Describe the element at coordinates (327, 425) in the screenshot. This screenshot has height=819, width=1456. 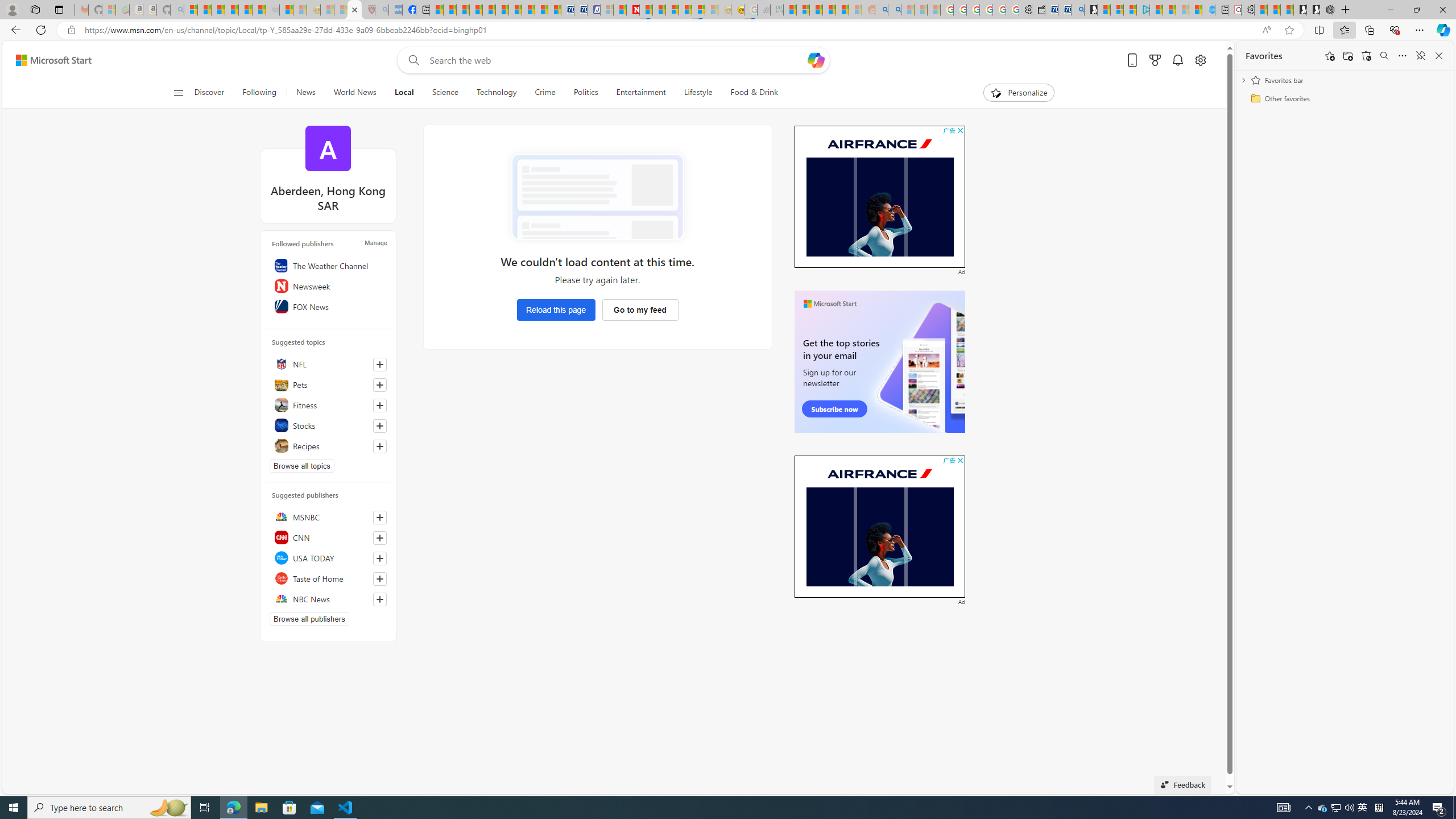
I see `'Stocks'` at that location.